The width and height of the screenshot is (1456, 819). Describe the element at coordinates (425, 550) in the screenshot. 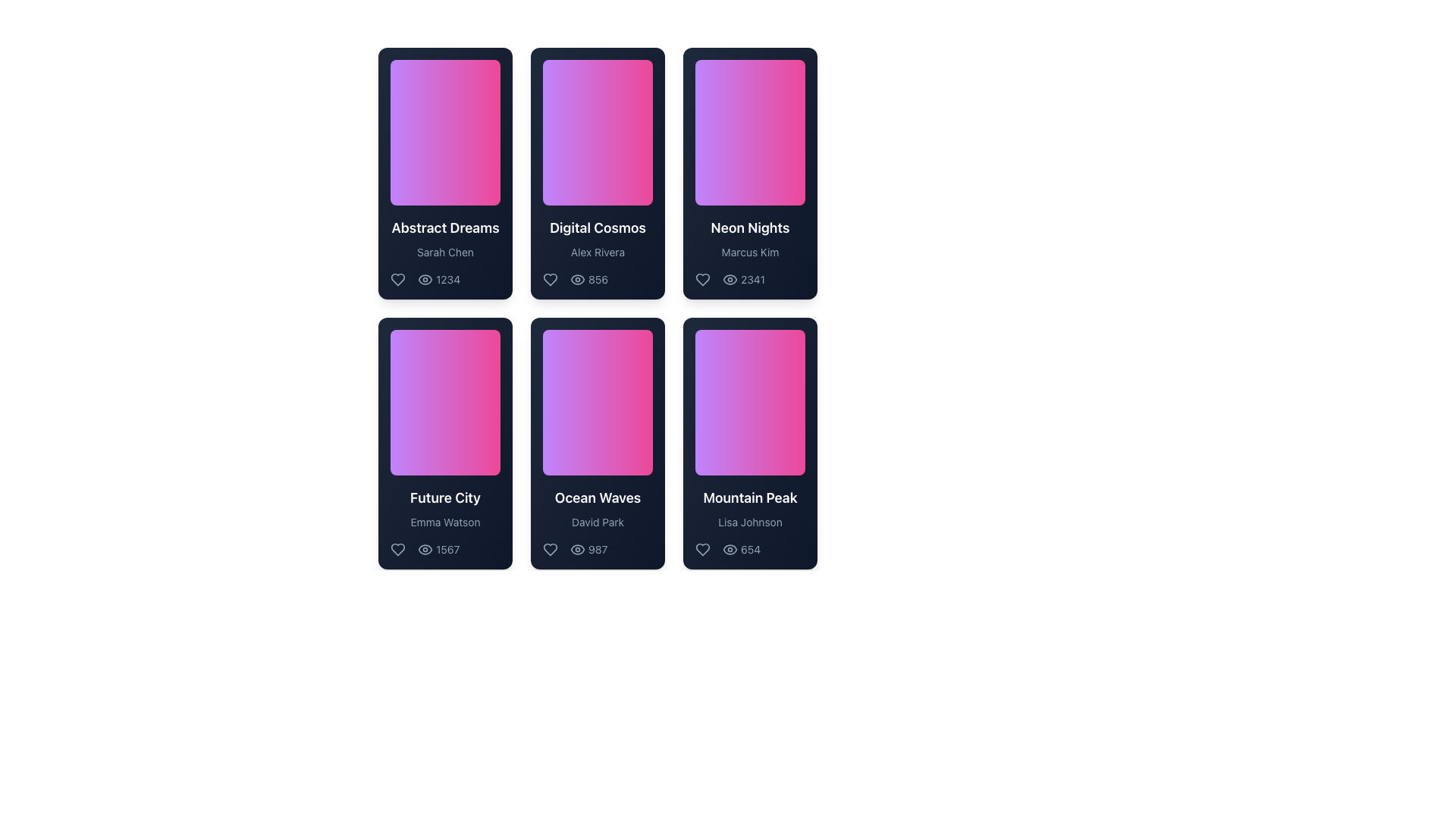

I see `numerical view count displayed as '1567' in the text and icon pair located in the bottom section of the card titled 'Future City' by 'Emma Watson'` at that location.